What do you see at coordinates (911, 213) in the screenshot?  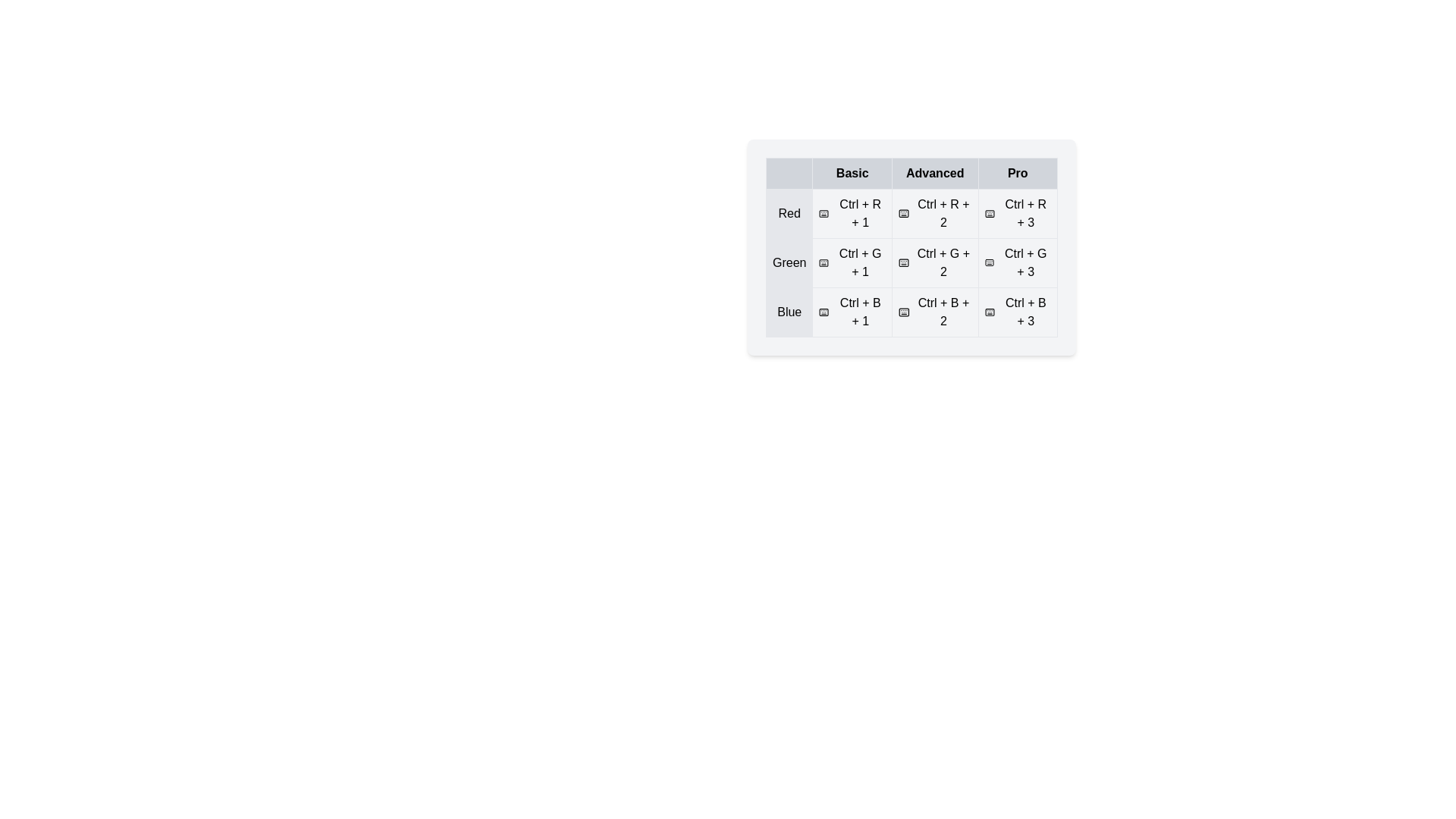 I see `the static text display labeled 'Ctrl + R + 2' with a keyboard icon, located in the second column of the first row under the 'Red' label in a table` at bounding box center [911, 213].